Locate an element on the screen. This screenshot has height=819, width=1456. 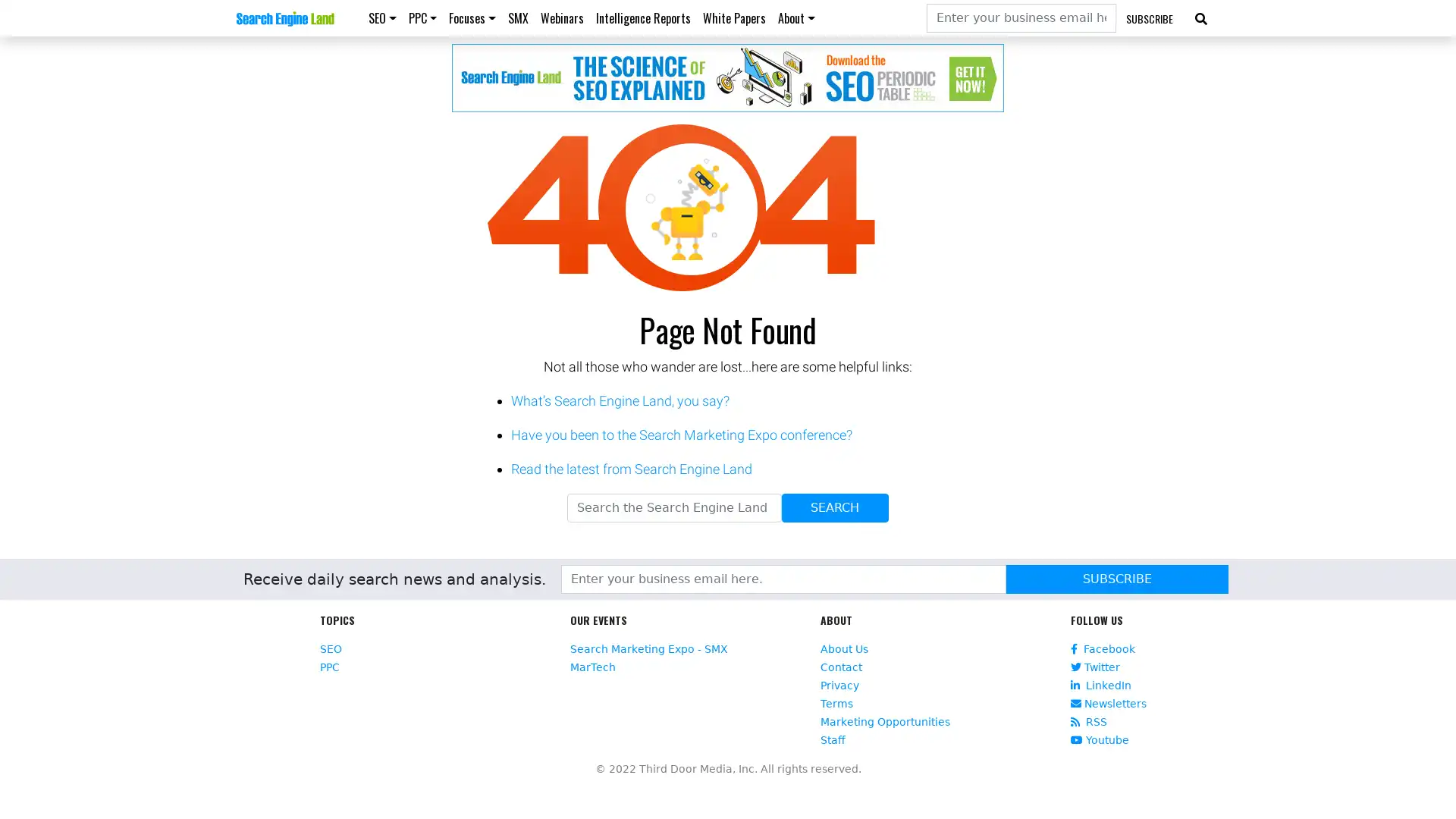
SEARCH is located at coordinates (833, 508).